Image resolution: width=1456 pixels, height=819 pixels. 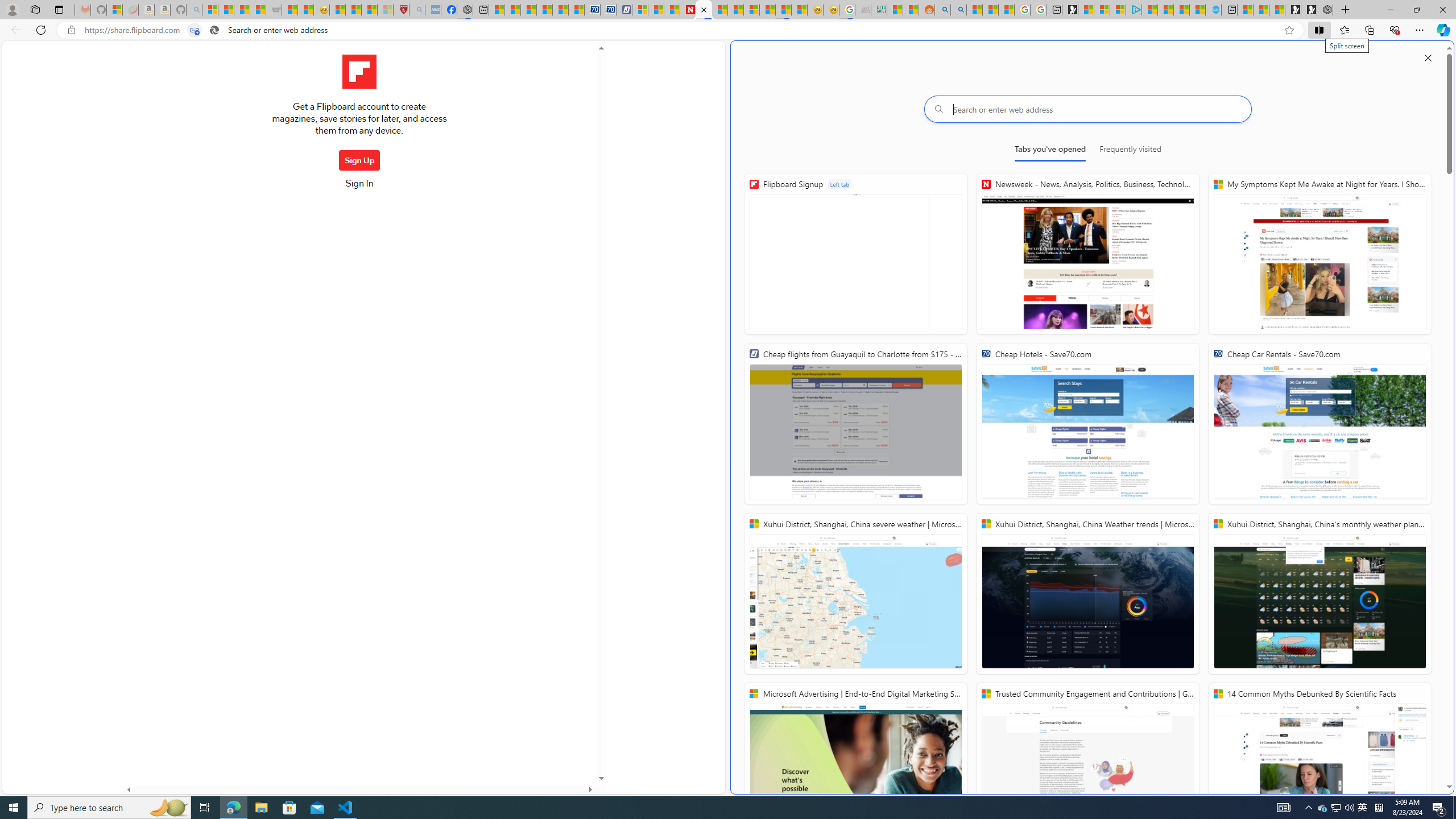 What do you see at coordinates (1308, 9) in the screenshot?
I see `'Play Free Online Games | Games from Microsoft Start'` at bounding box center [1308, 9].